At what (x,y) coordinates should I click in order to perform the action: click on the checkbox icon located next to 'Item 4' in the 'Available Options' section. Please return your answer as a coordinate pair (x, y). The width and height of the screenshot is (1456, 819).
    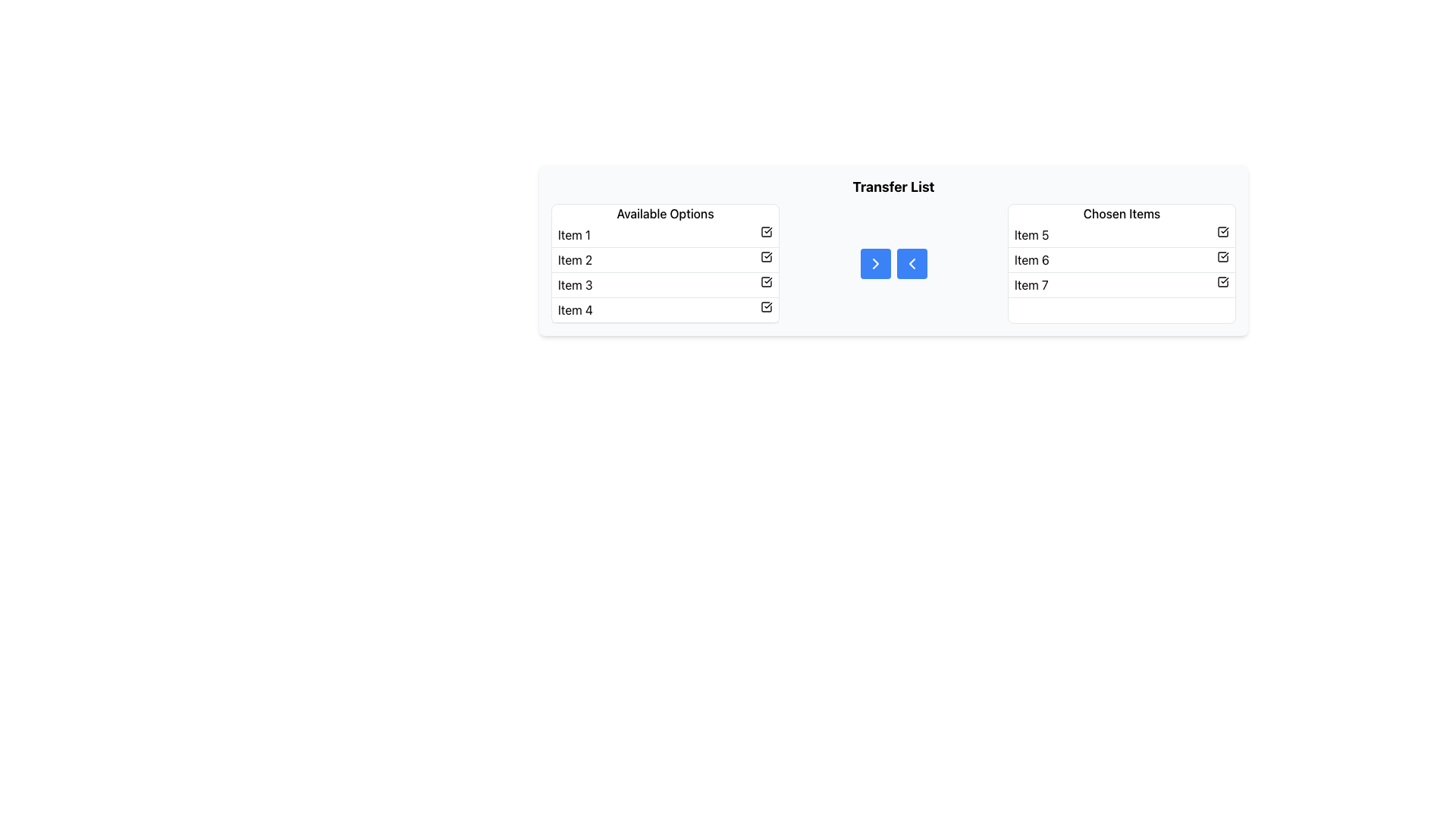
    Looking at the image, I should click on (767, 307).